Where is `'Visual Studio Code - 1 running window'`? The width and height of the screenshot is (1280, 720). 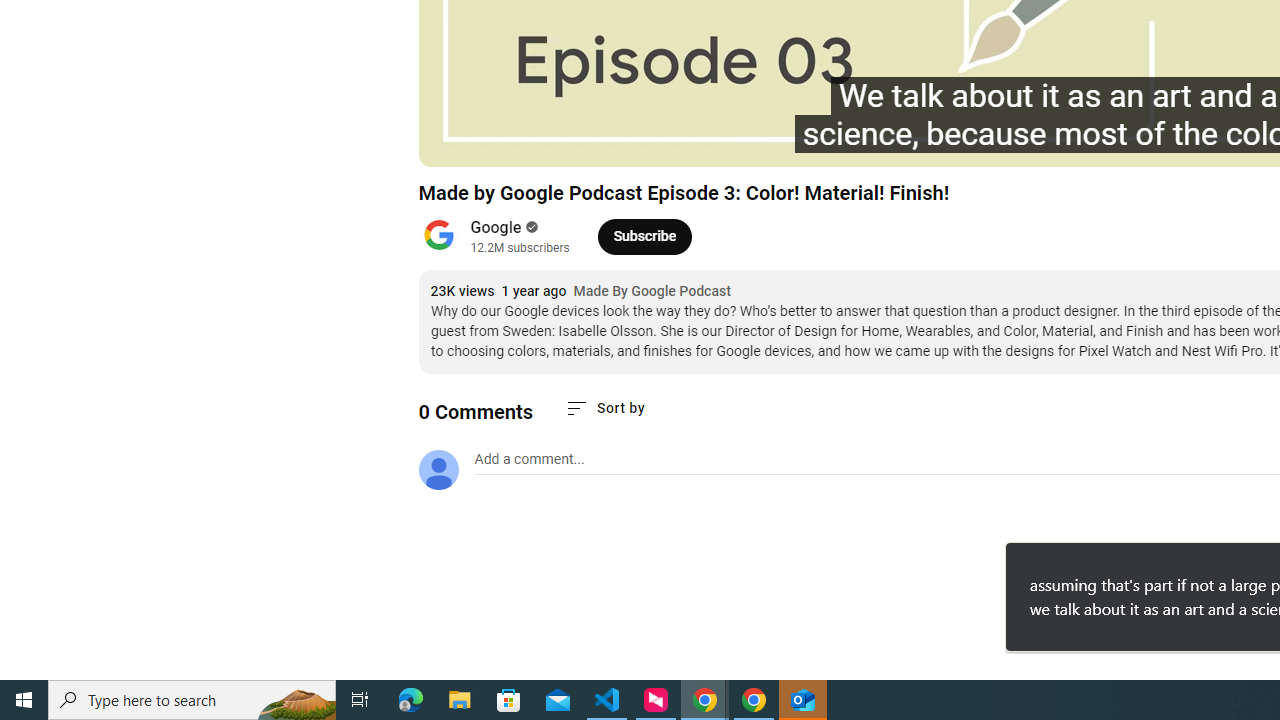
'Visual Studio Code - 1 running window' is located at coordinates (606, 698).